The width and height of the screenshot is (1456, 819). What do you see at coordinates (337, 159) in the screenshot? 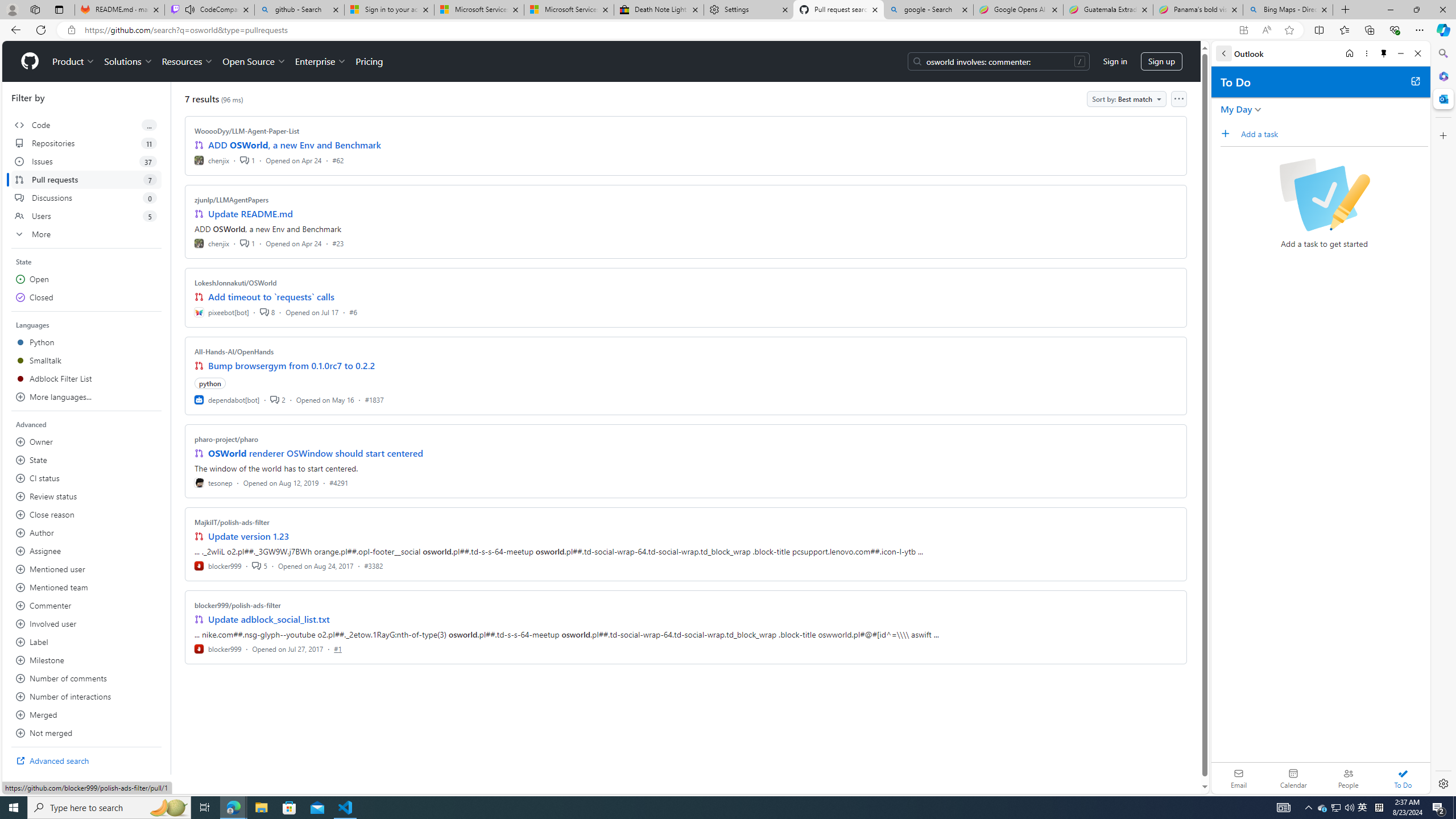
I see `'#62'` at bounding box center [337, 159].